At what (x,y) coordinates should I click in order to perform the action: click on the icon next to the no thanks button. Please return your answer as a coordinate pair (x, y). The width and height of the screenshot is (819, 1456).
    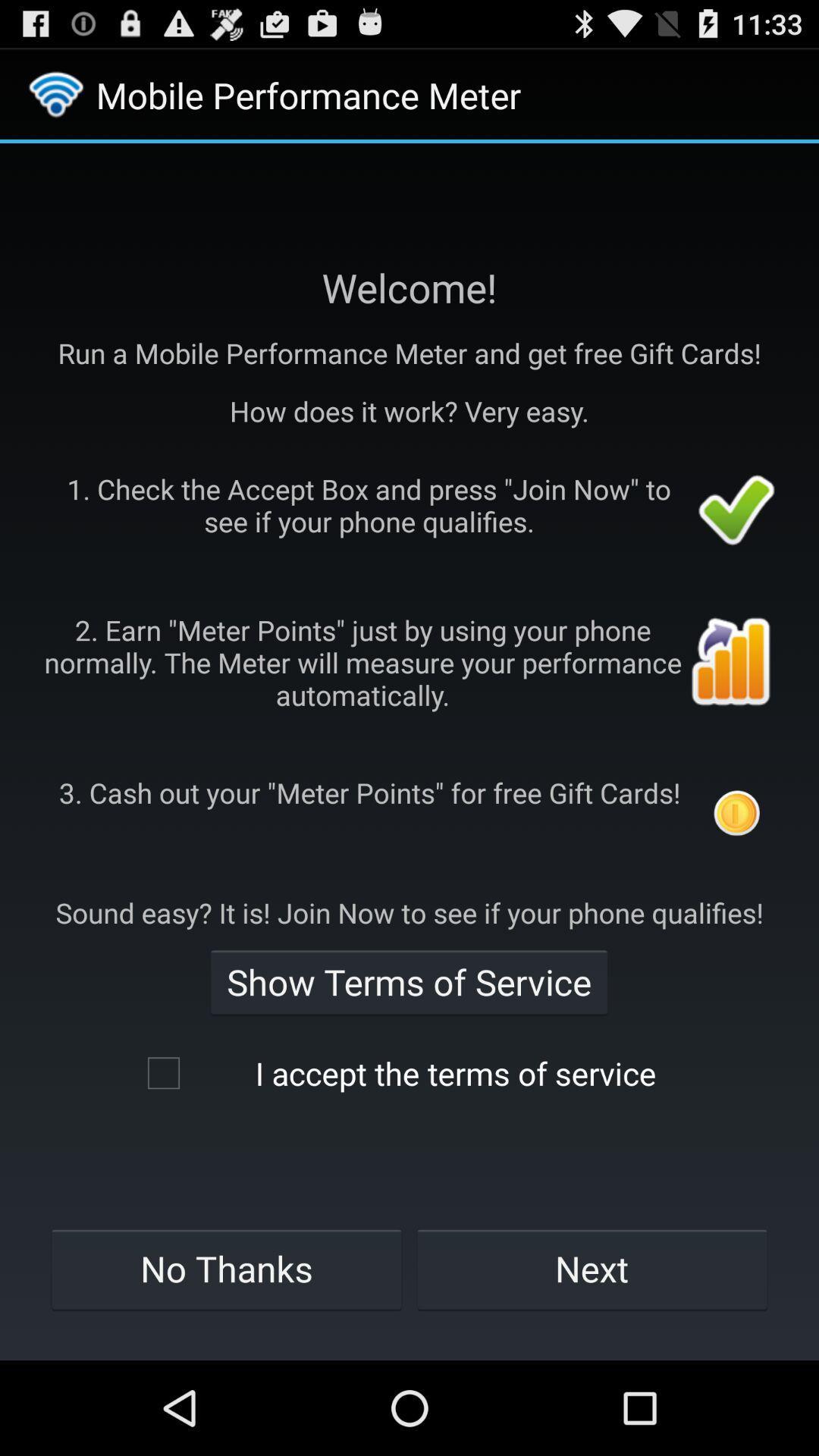
    Looking at the image, I should click on (591, 1269).